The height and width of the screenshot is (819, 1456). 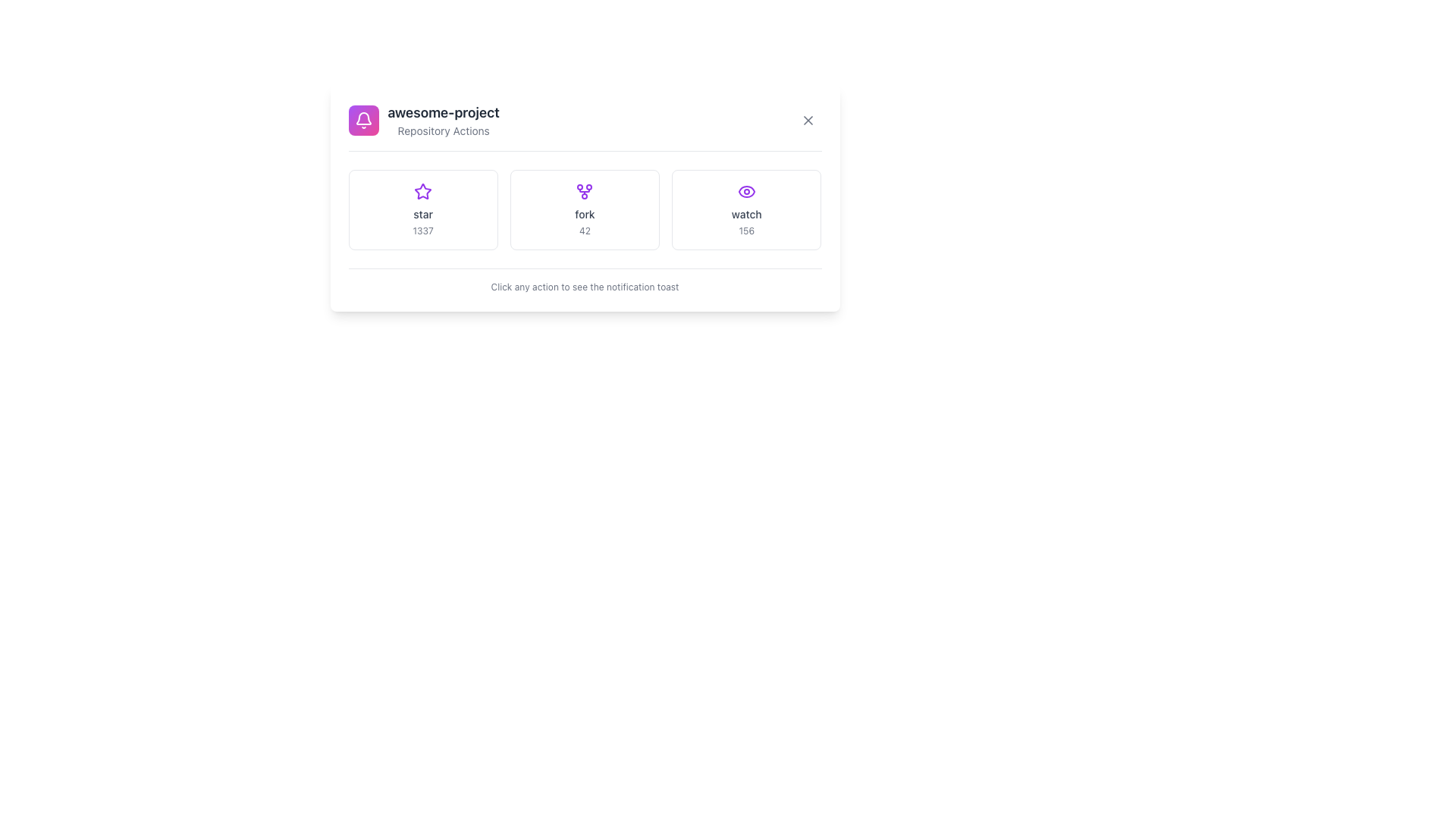 I want to click on text label that says 'fork', which is displayed in medium gray color below a forking diagram icon, so click(x=584, y=214).